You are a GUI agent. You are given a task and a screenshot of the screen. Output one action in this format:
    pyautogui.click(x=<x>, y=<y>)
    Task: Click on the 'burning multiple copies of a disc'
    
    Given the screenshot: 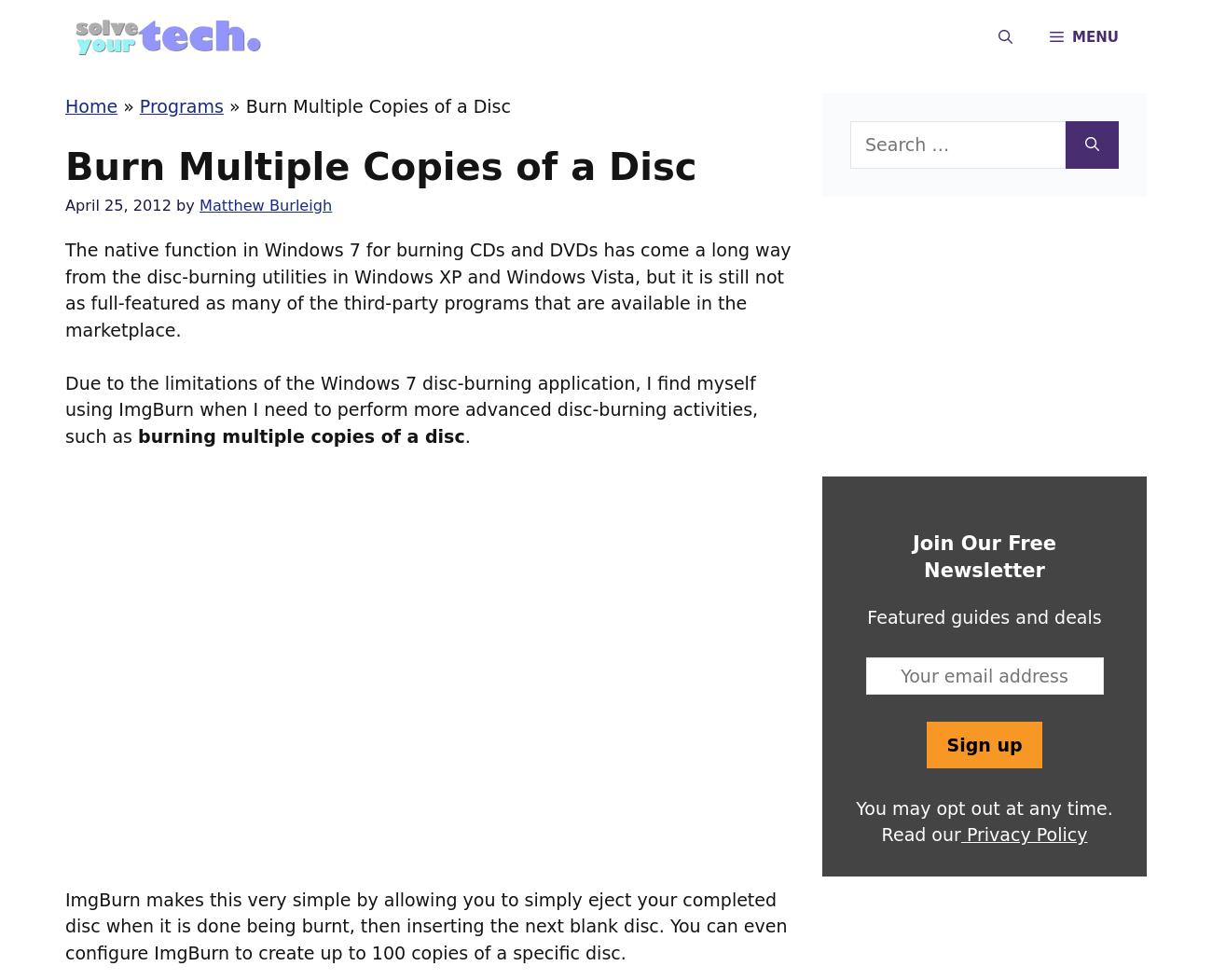 What is the action you would take?
    pyautogui.click(x=136, y=434)
    